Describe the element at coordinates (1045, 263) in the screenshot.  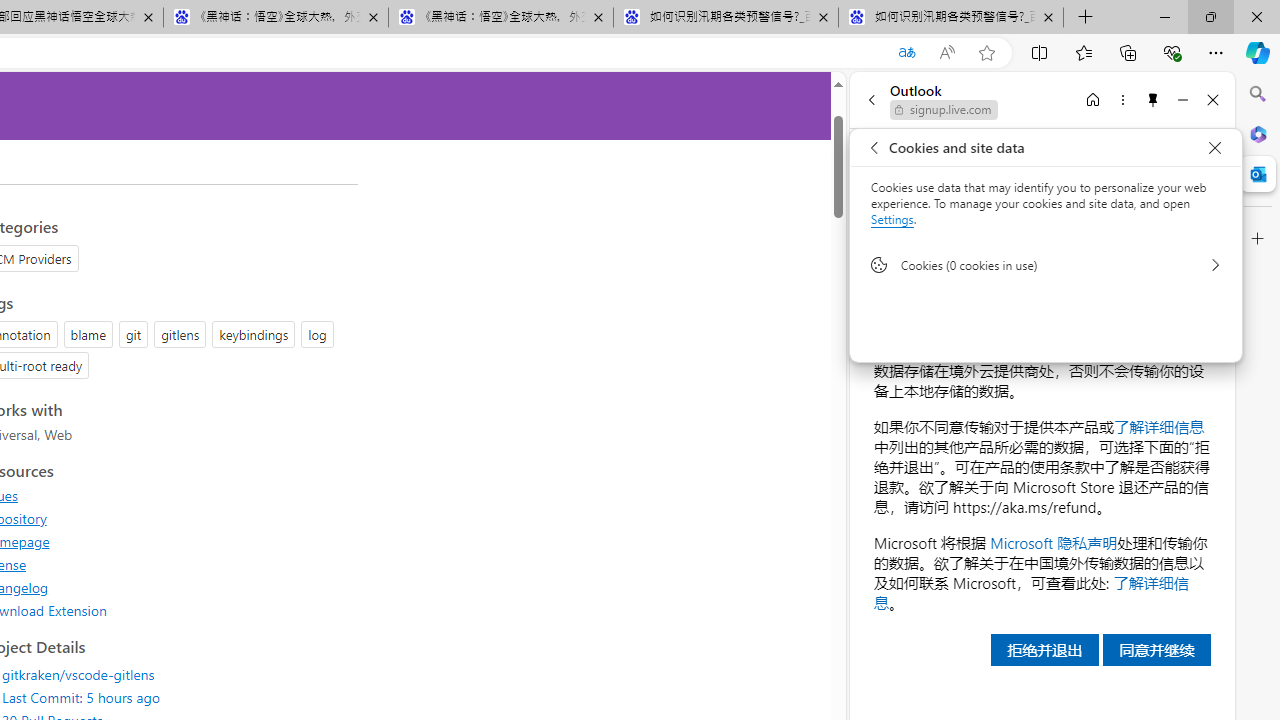
I see `'Cookies (0 cookies in use)'` at that location.